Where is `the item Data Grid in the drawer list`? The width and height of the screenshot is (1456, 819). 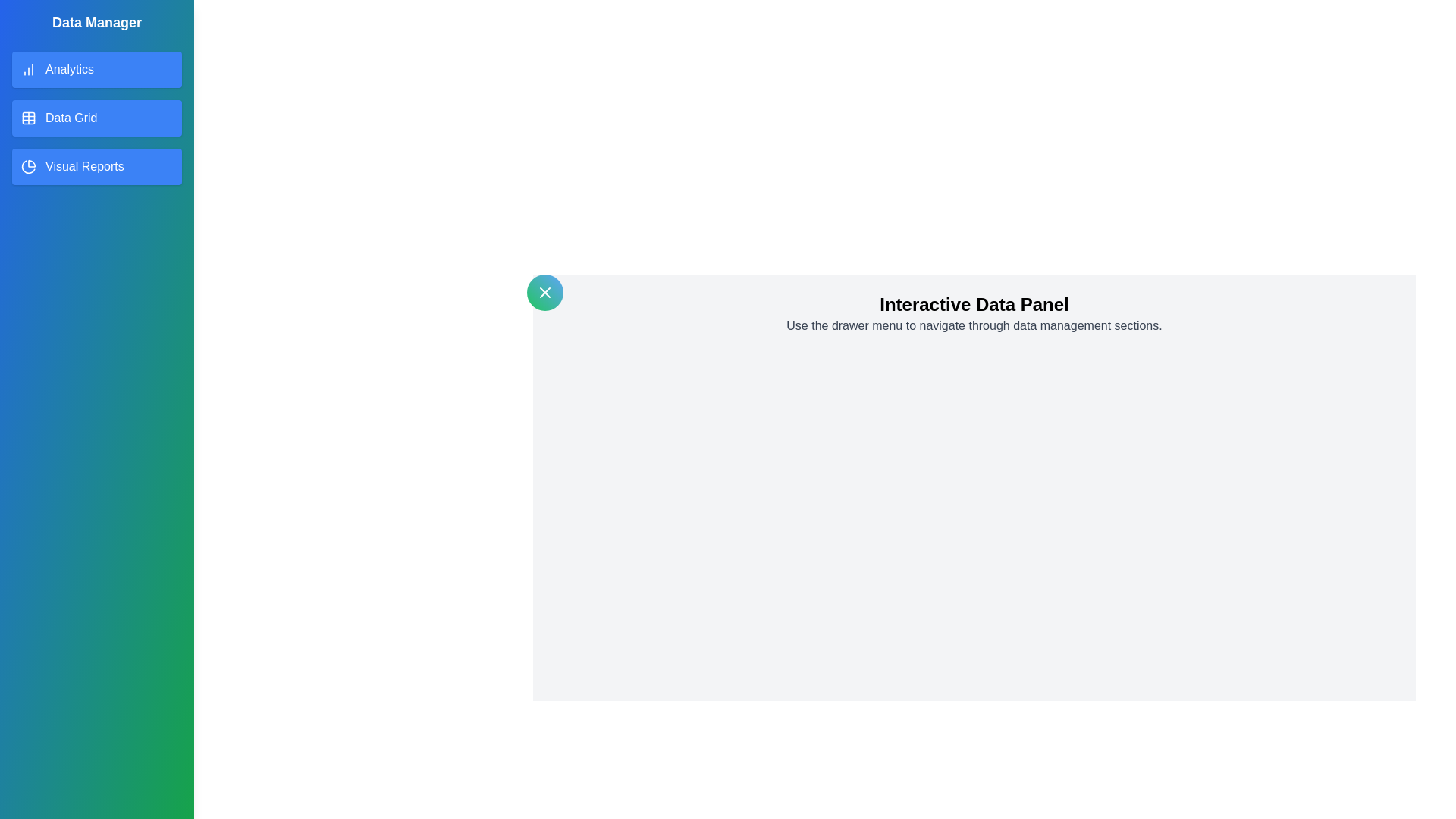
the item Data Grid in the drawer list is located at coordinates (96, 117).